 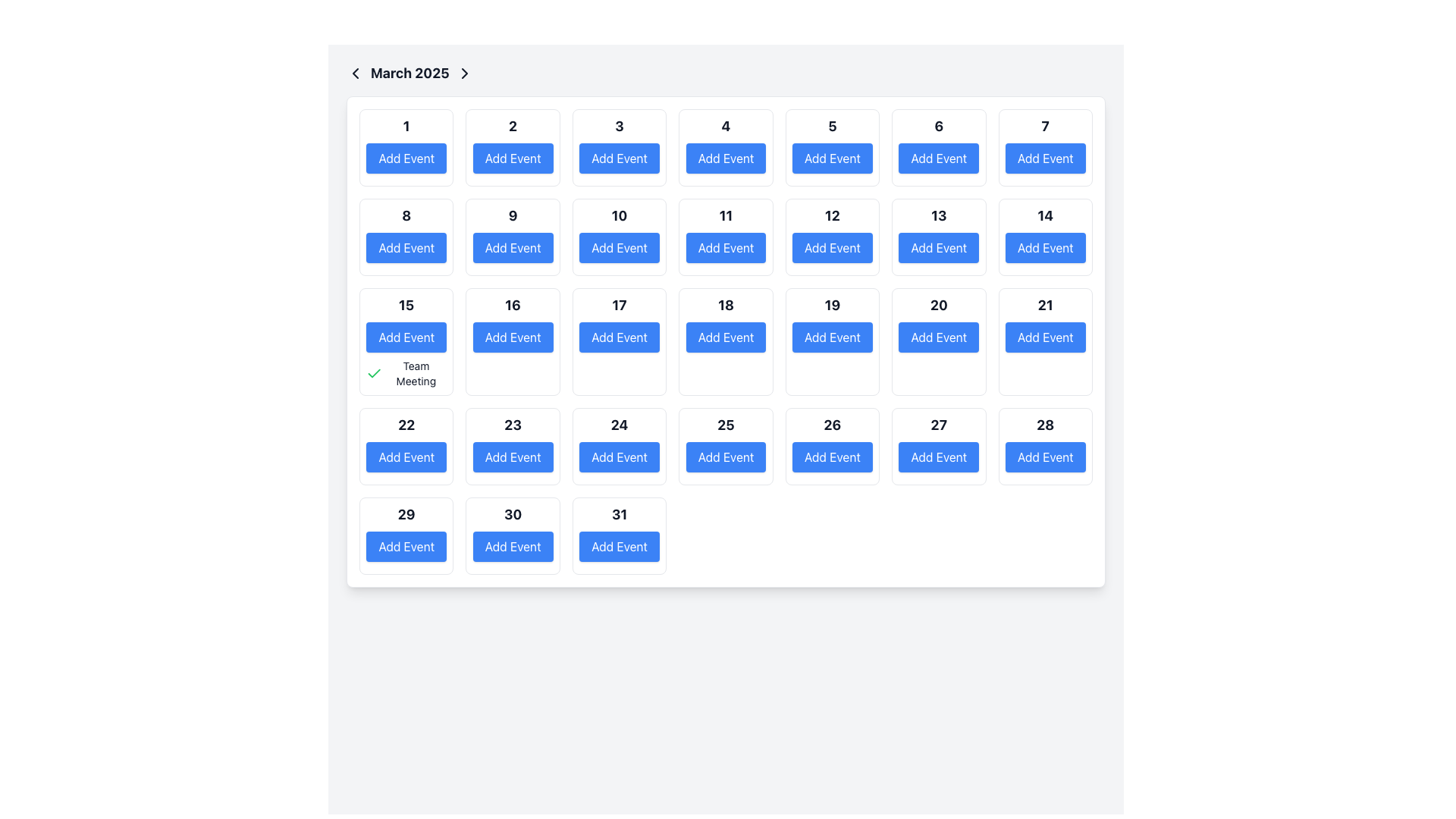 I want to click on the 'Add Event' button for the date March 18, located in the calendar interface, so click(x=725, y=336).